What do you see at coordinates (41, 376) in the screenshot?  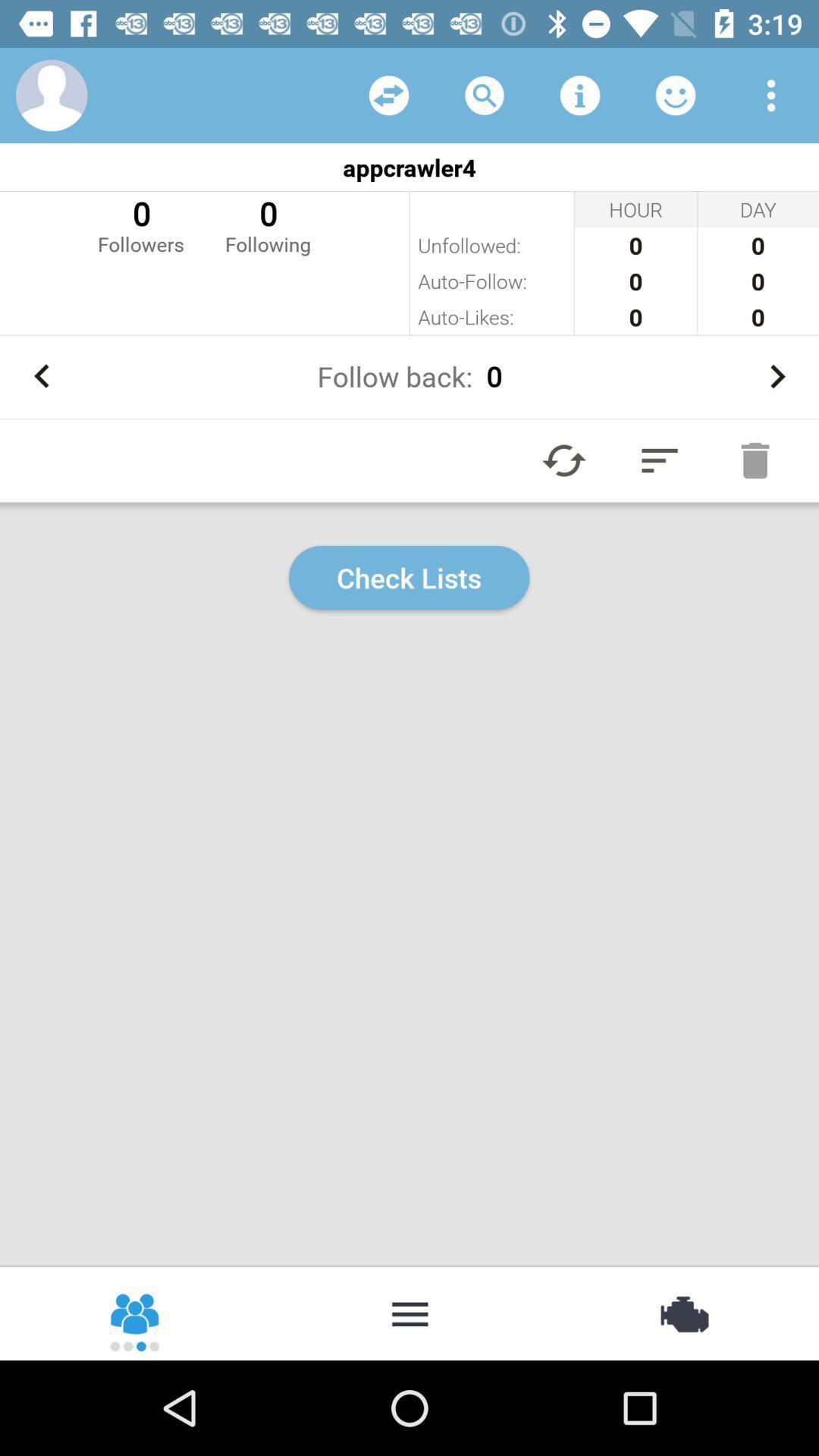 I see `the arrow_backward icon` at bounding box center [41, 376].